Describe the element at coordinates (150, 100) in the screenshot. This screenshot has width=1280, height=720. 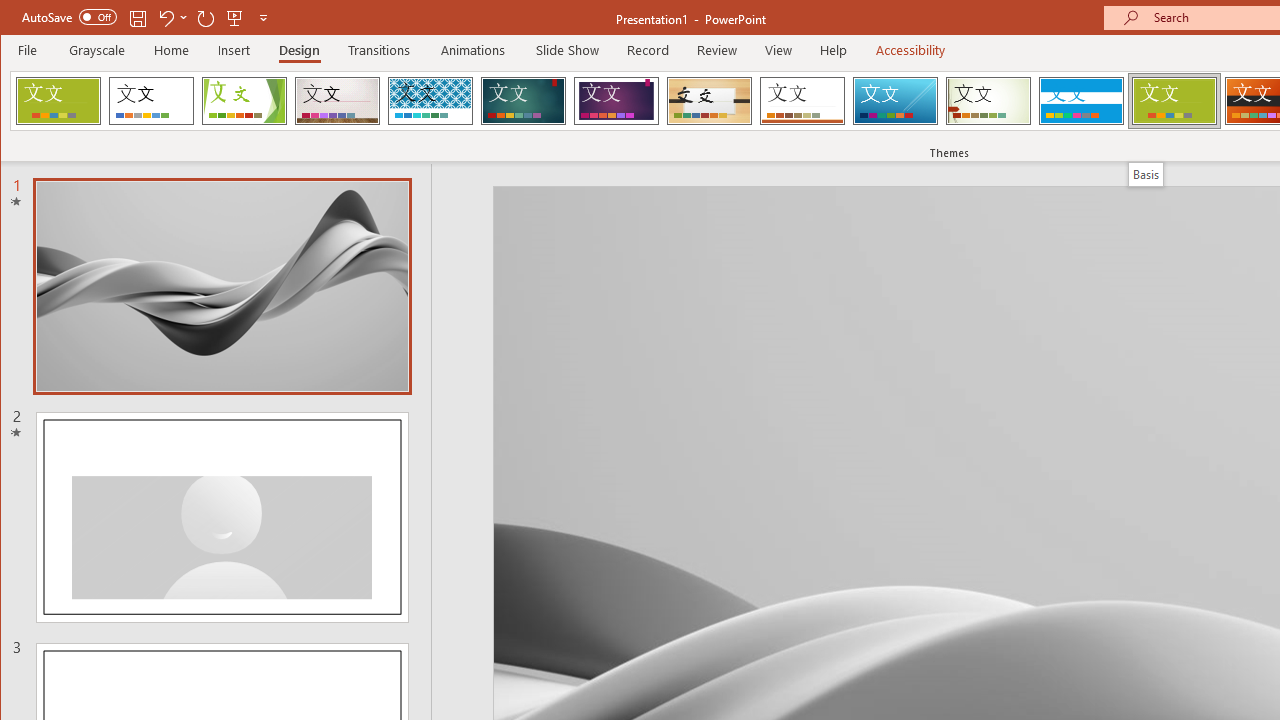
I see `'Office Theme'` at that location.